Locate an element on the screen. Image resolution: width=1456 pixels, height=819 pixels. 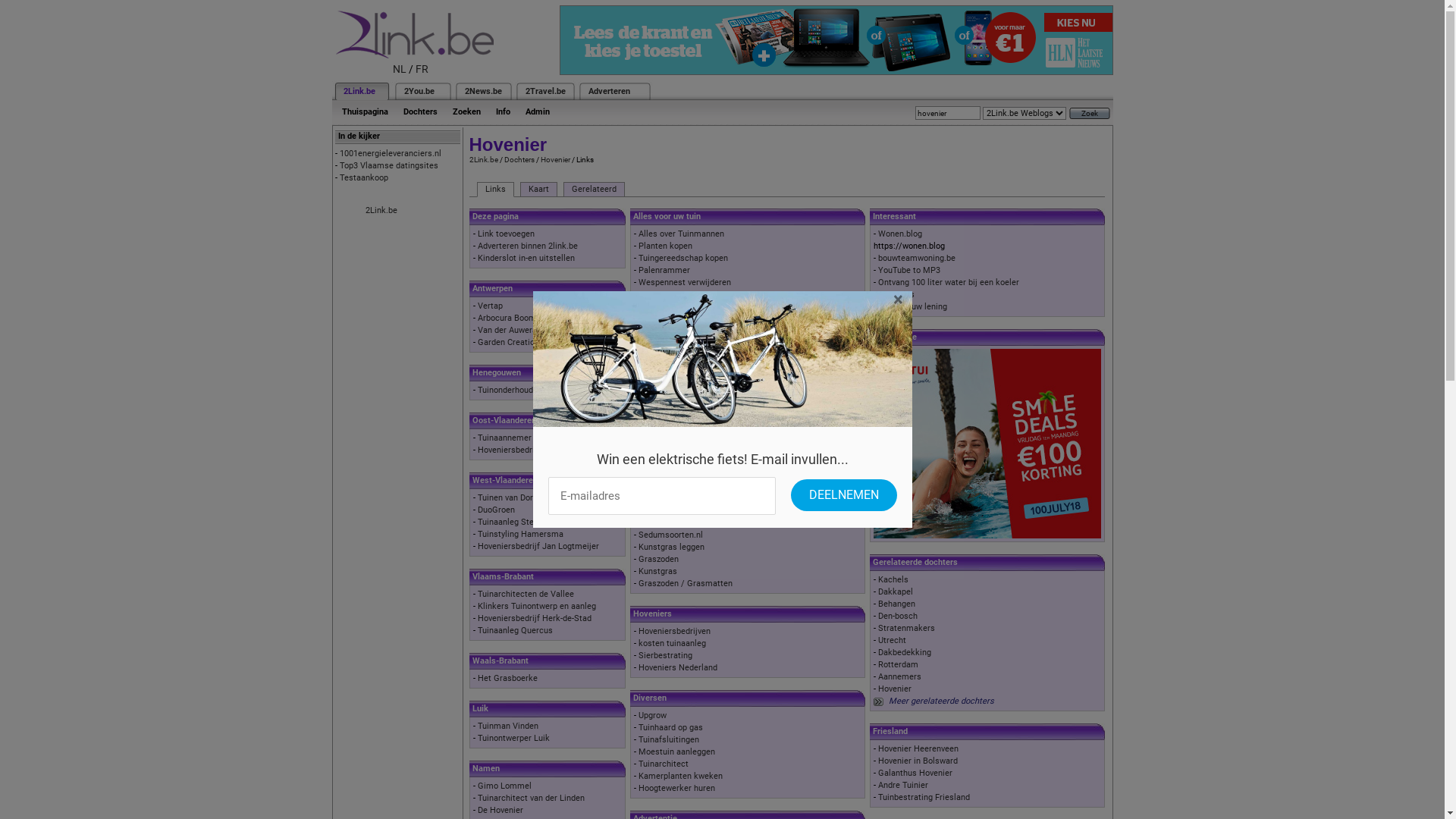
'Tuingereedschap kopen' is located at coordinates (682, 257).